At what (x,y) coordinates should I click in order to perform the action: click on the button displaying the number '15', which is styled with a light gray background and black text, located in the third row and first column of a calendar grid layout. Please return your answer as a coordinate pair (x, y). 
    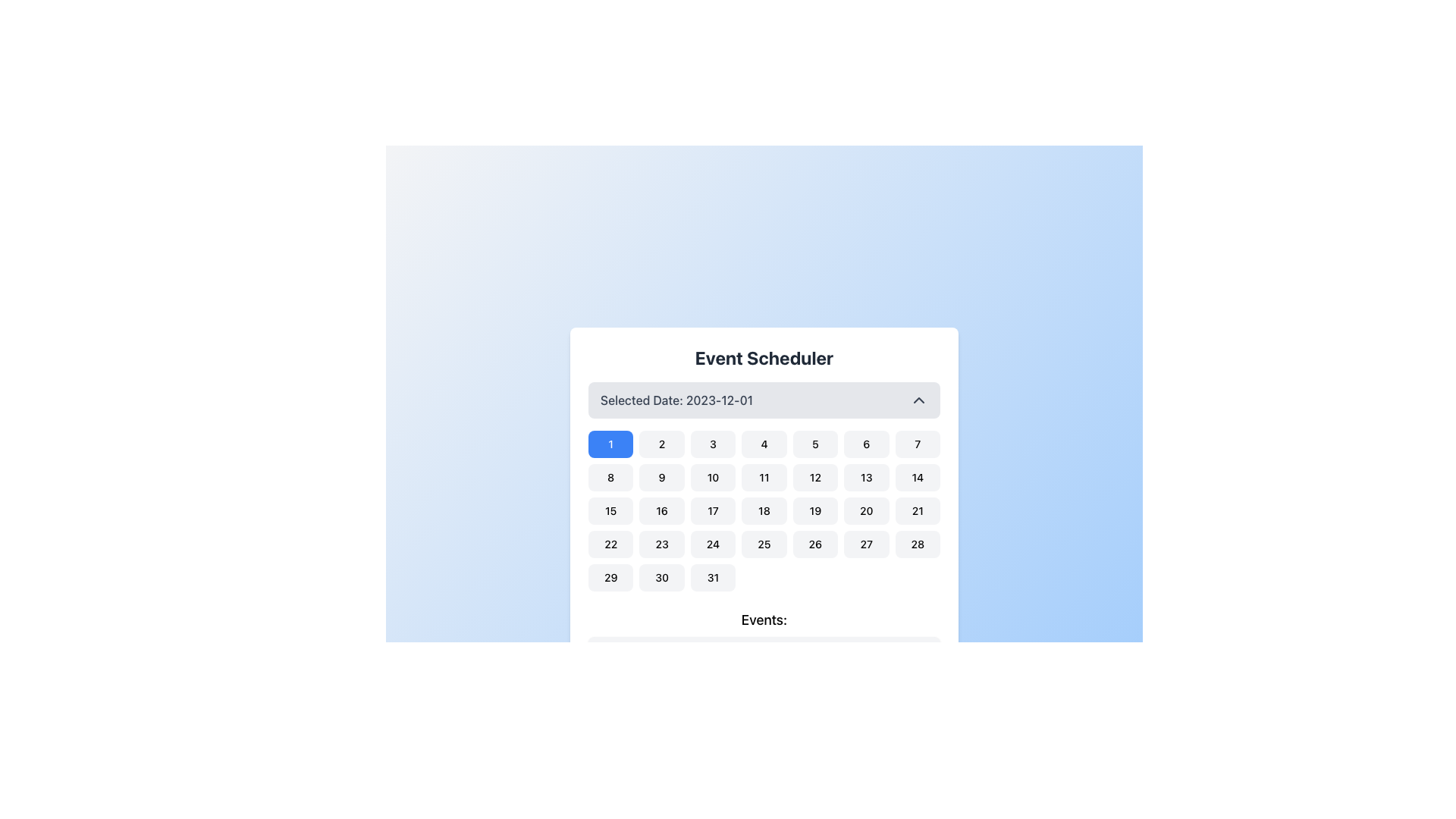
    Looking at the image, I should click on (610, 511).